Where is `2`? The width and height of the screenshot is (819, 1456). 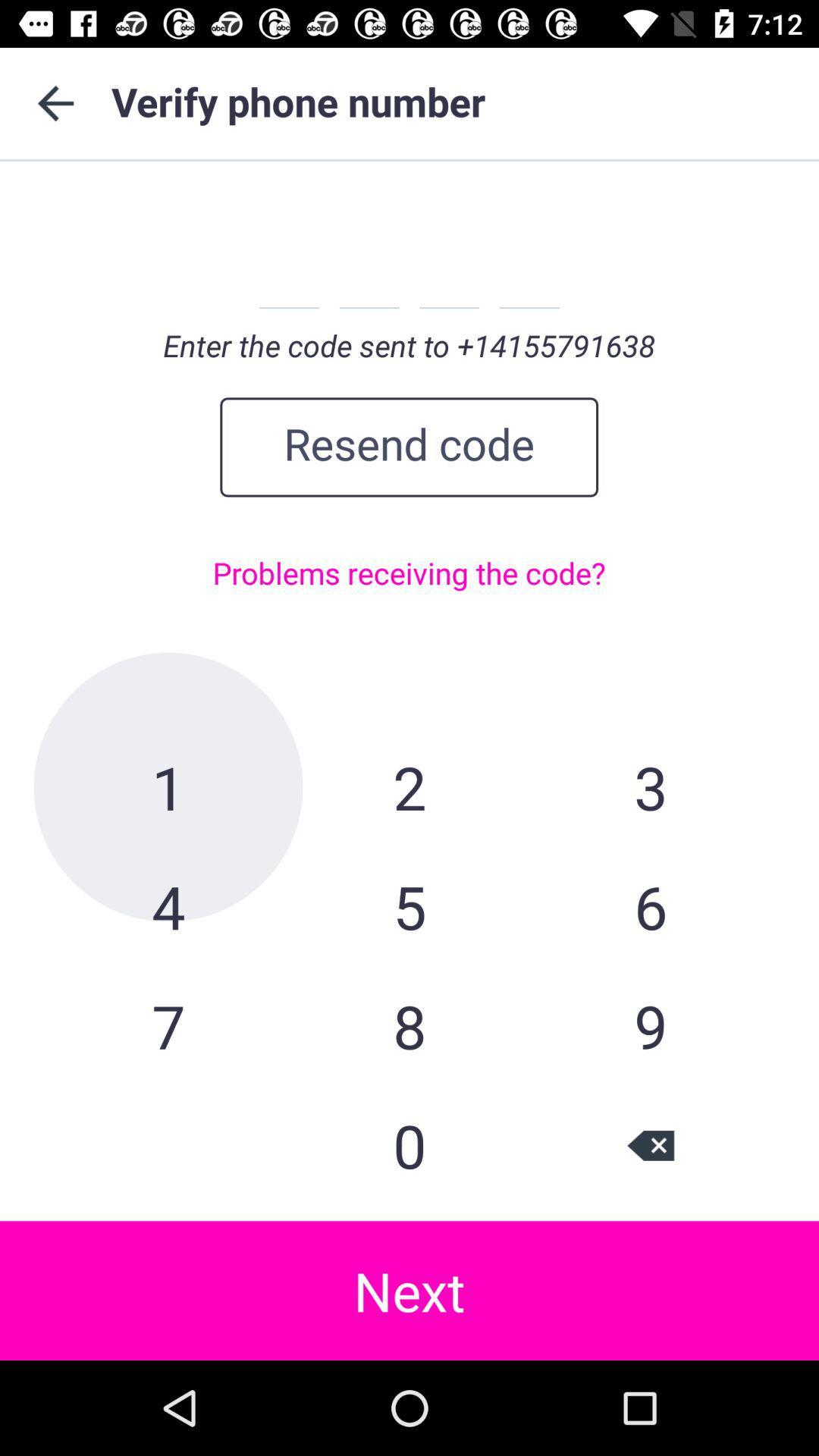 2 is located at coordinates (409, 786).